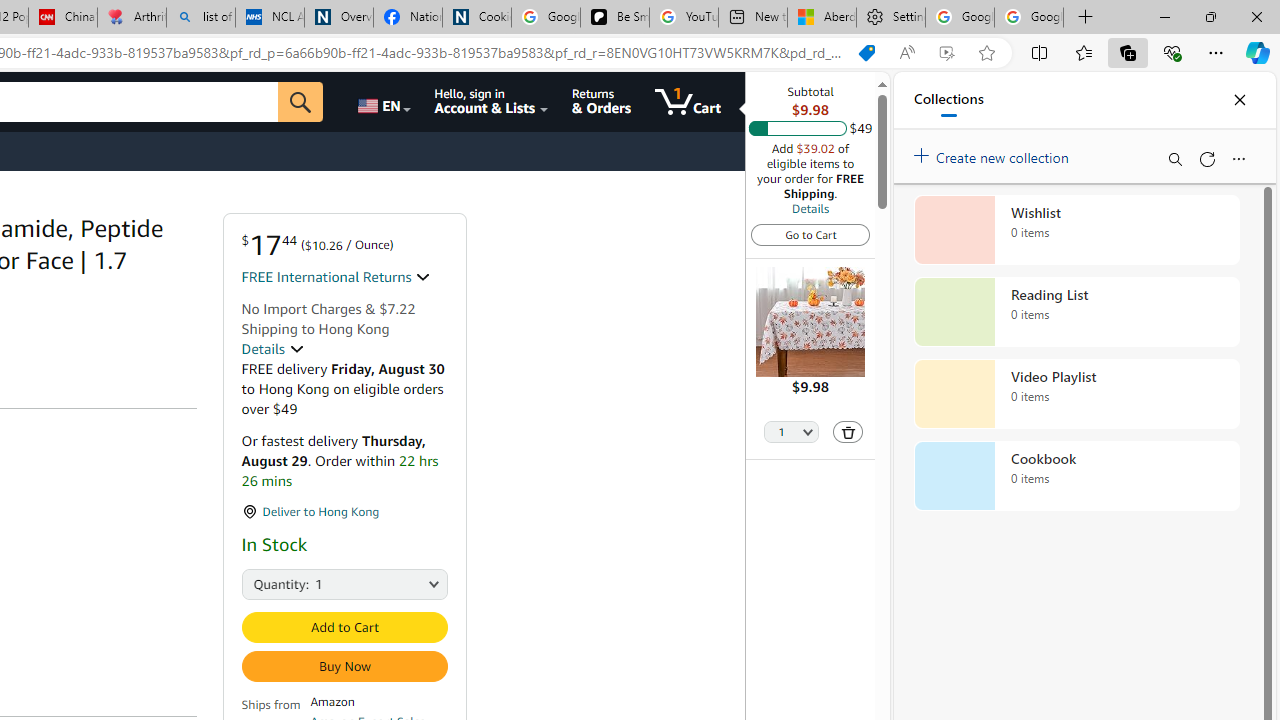  What do you see at coordinates (1076, 229) in the screenshot?
I see `'Wishlist collection, 0 items'` at bounding box center [1076, 229].